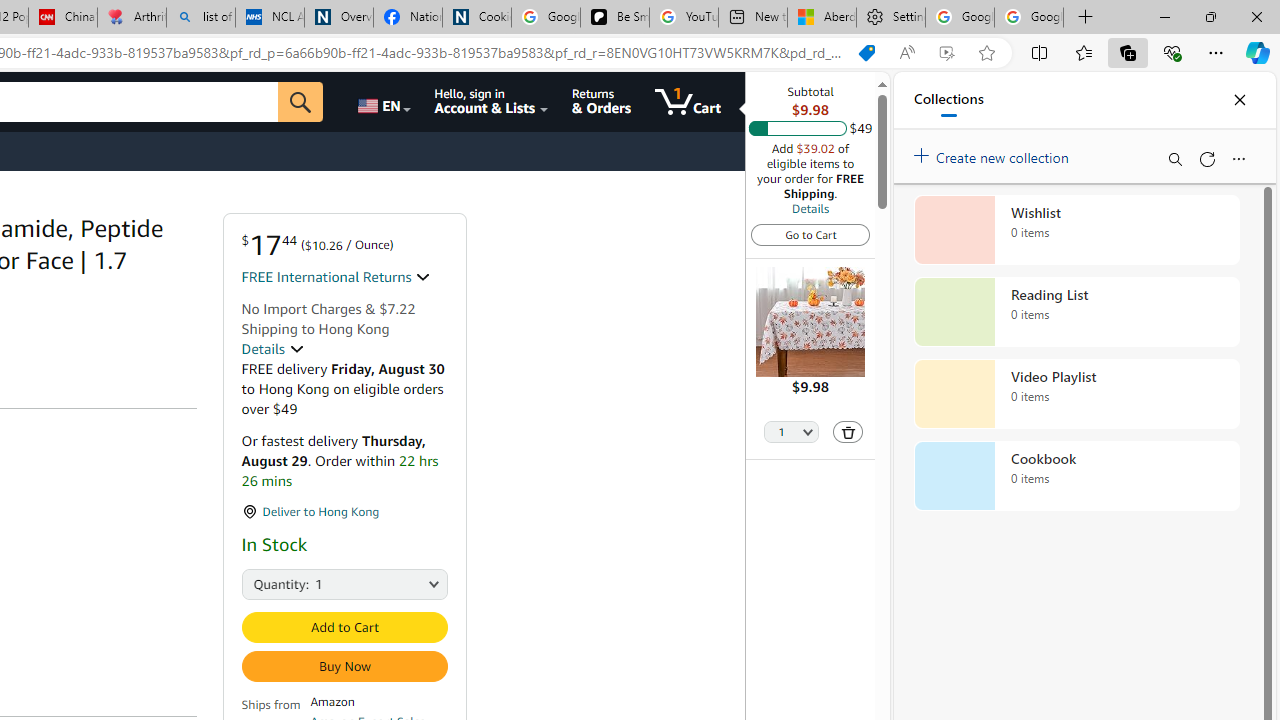  What do you see at coordinates (1076, 229) in the screenshot?
I see `'Wishlist collection, 0 items'` at bounding box center [1076, 229].